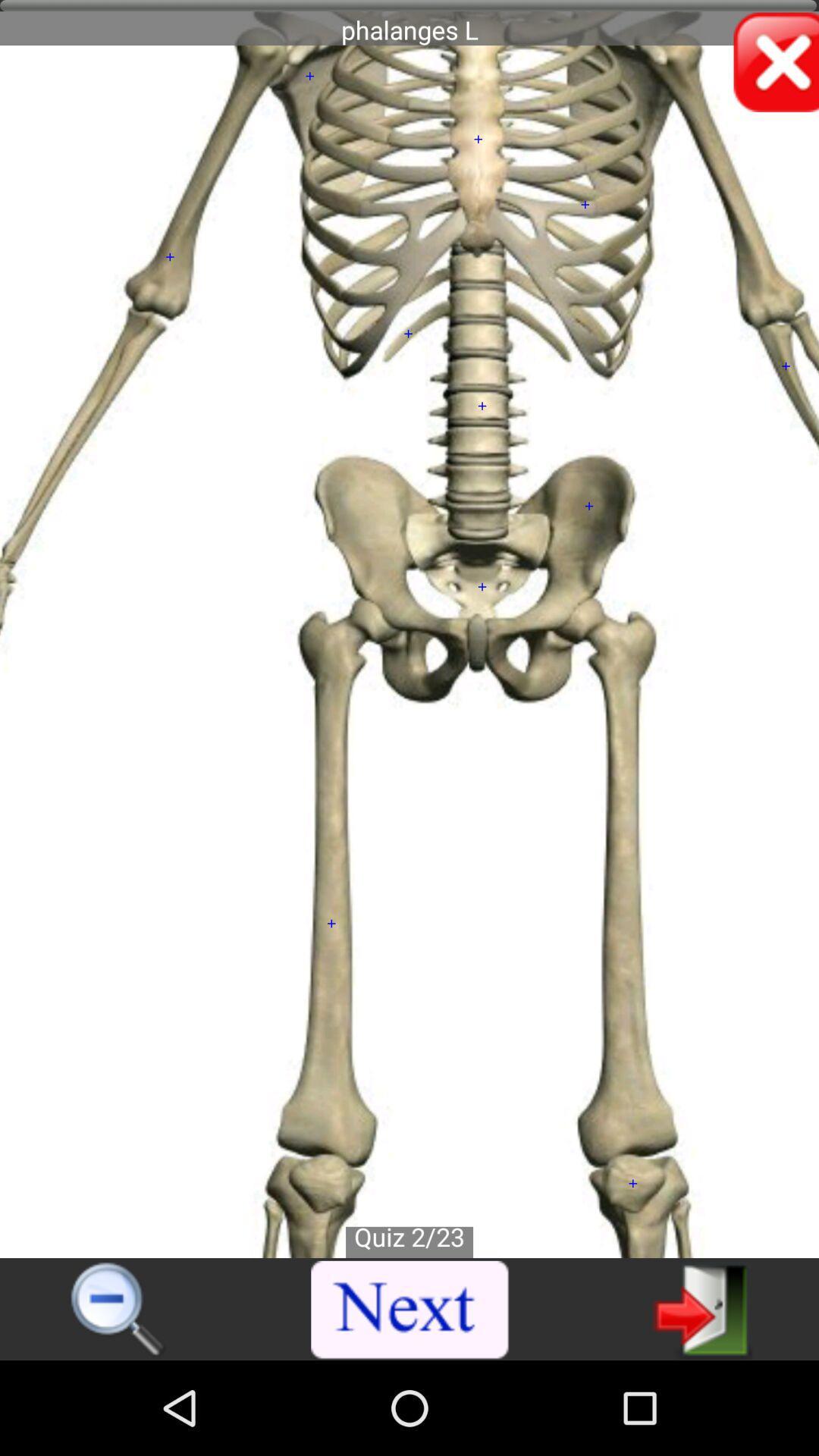  What do you see at coordinates (410, 1310) in the screenshot?
I see `open next page` at bounding box center [410, 1310].